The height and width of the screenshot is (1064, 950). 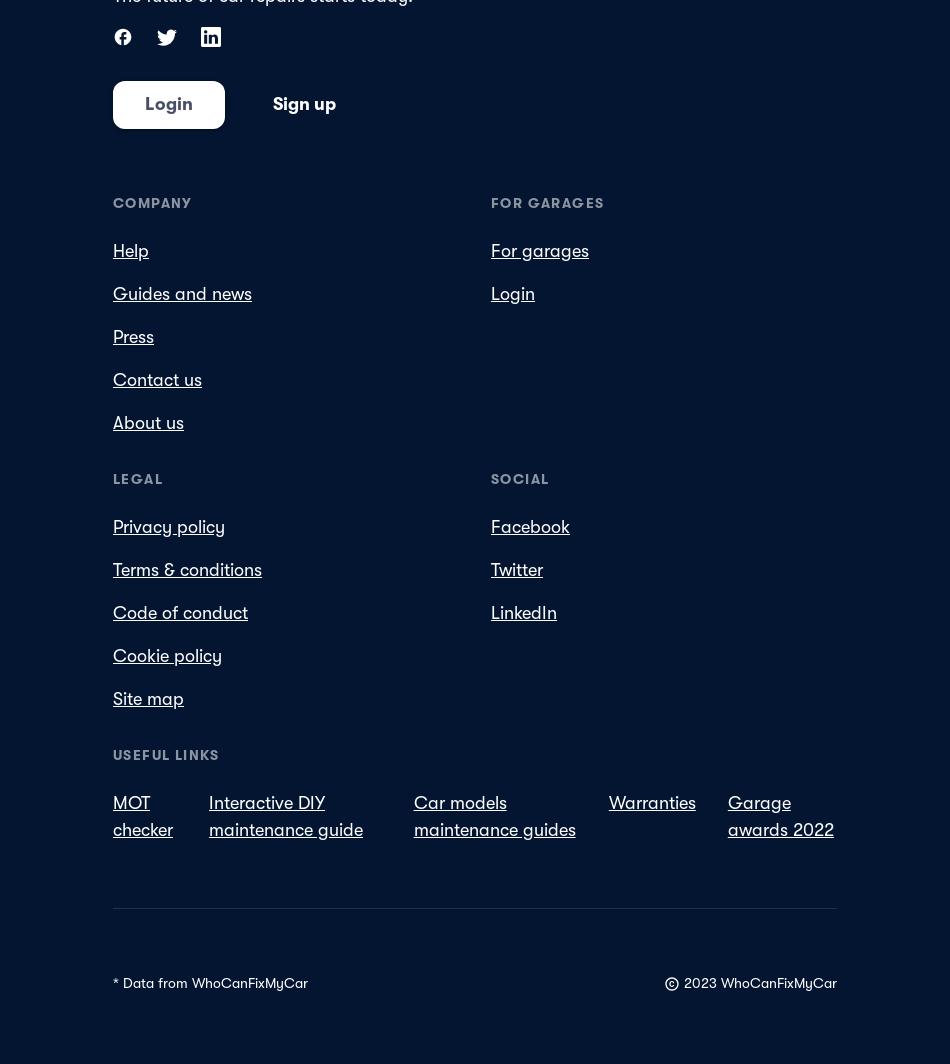 What do you see at coordinates (131, 250) in the screenshot?
I see `'Help'` at bounding box center [131, 250].